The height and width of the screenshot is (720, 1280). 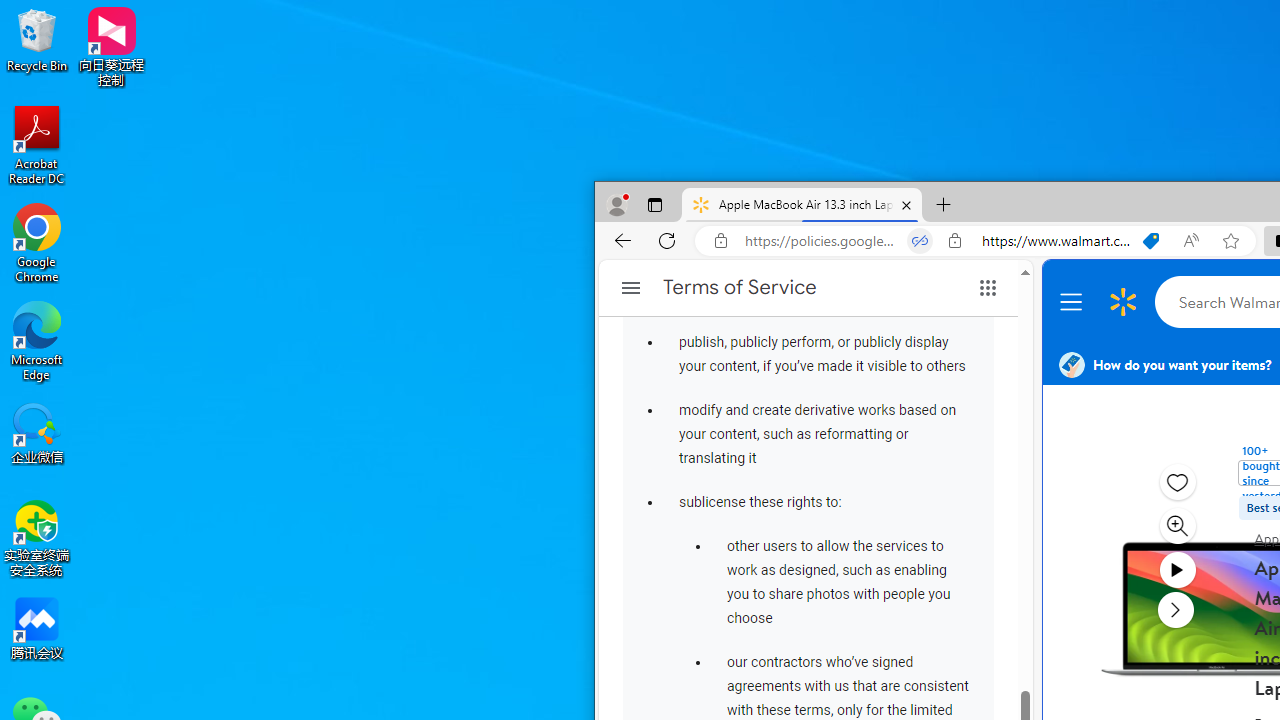 I want to click on 'Google Chrome', so click(x=37, y=242).